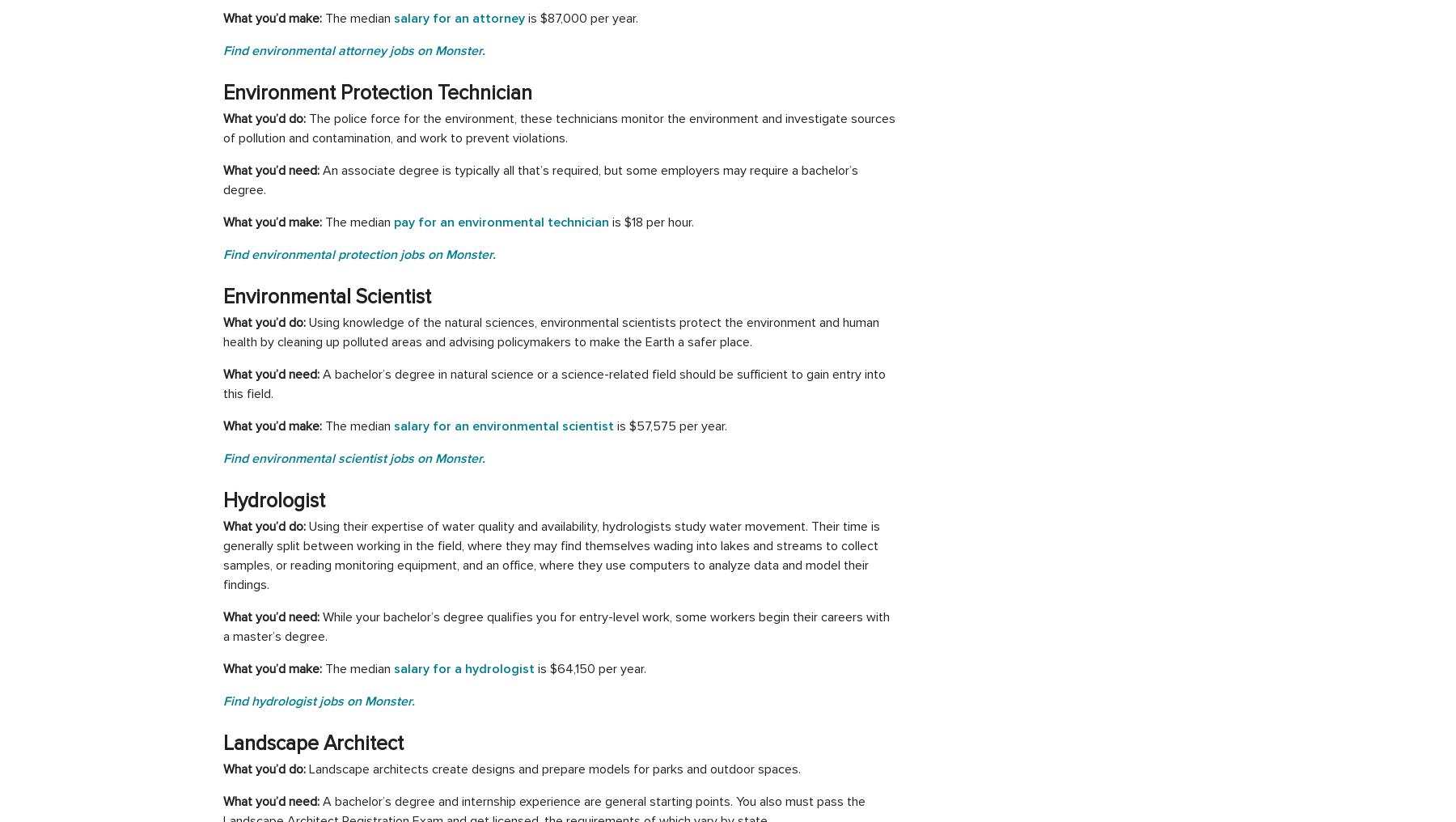  Describe the element at coordinates (459, 17) in the screenshot. I see `'salary for an attorney'` at that location.